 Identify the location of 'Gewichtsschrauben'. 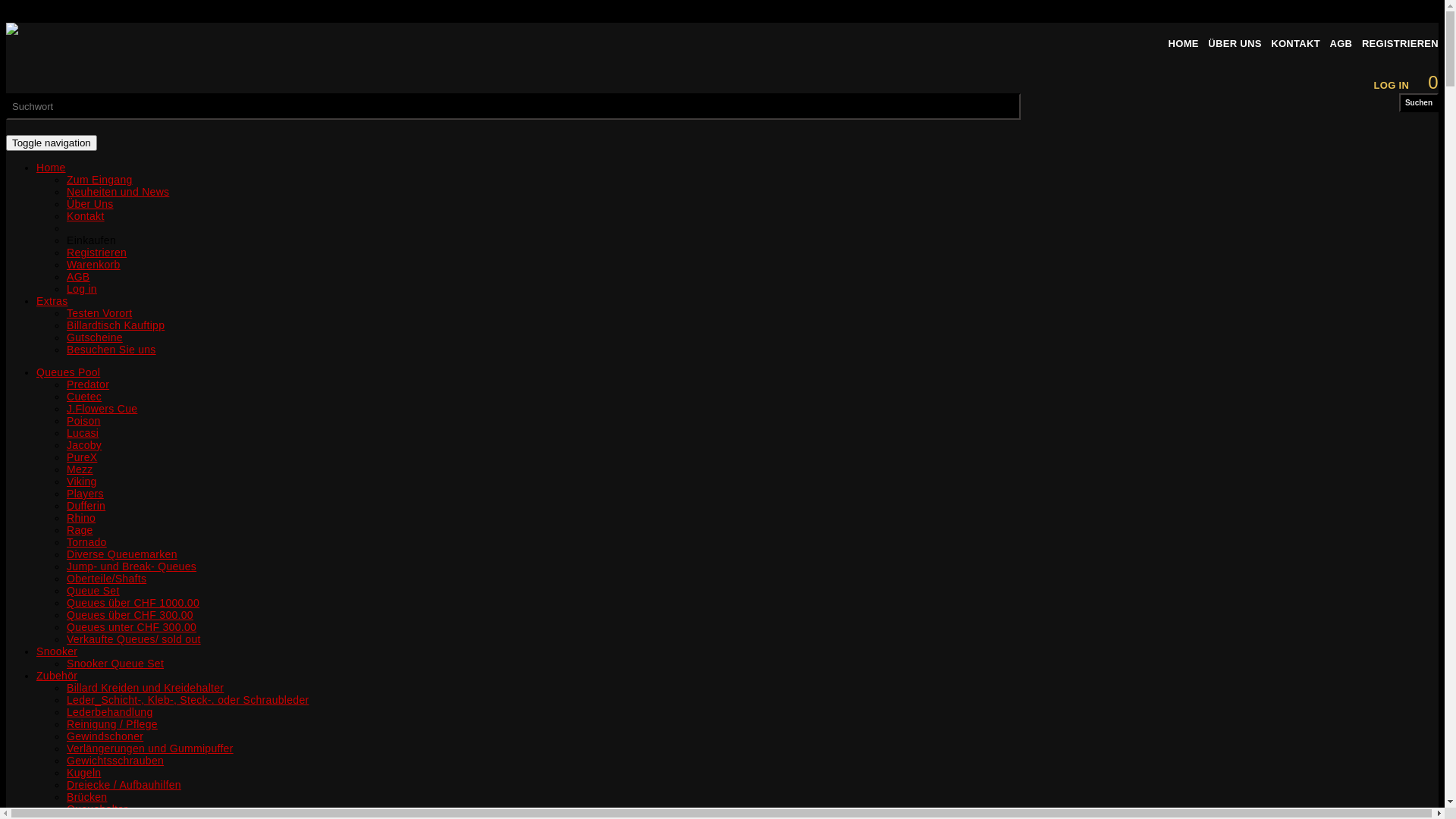
(115, 760).